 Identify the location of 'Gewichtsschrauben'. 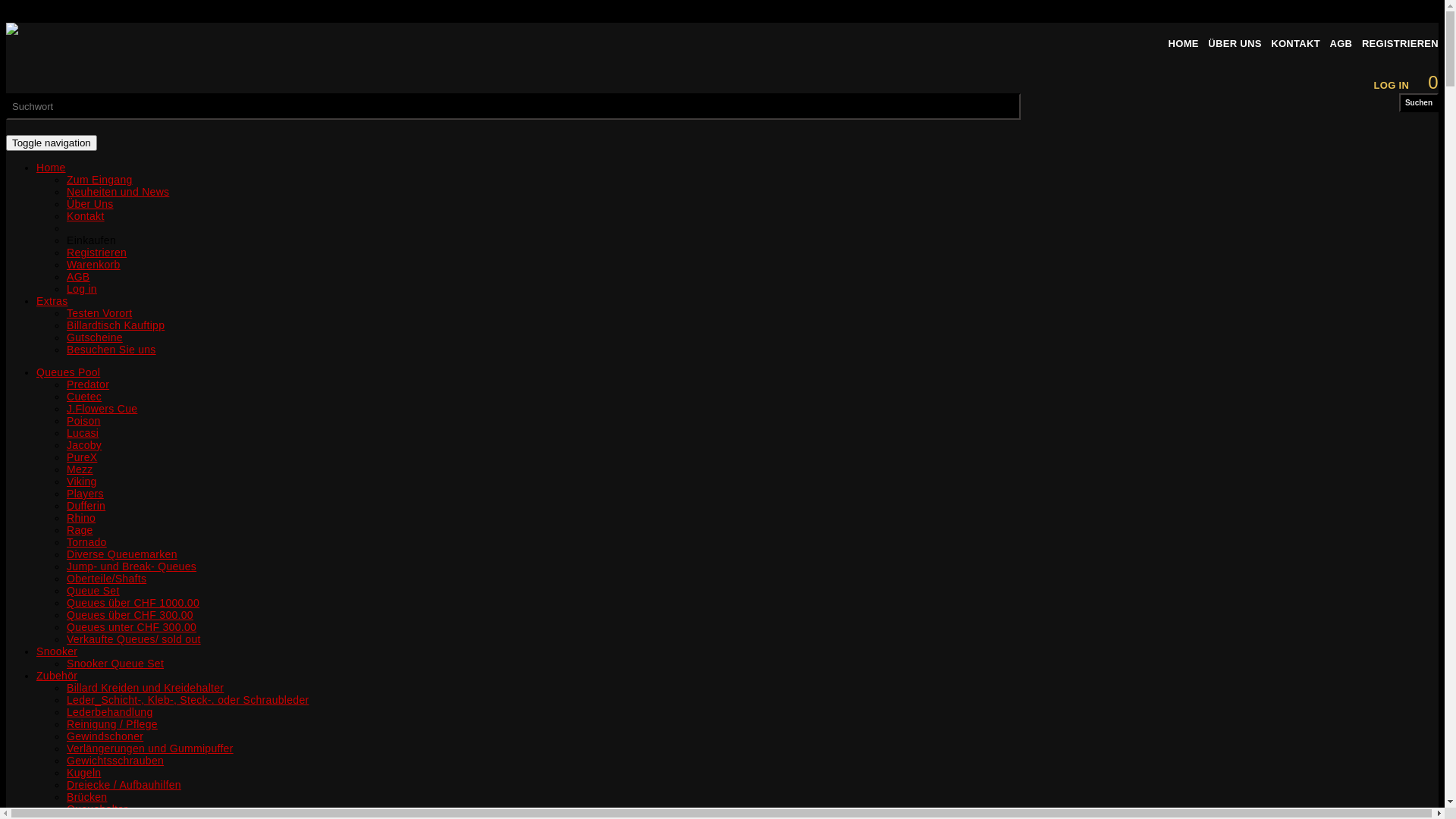
(115, 760).